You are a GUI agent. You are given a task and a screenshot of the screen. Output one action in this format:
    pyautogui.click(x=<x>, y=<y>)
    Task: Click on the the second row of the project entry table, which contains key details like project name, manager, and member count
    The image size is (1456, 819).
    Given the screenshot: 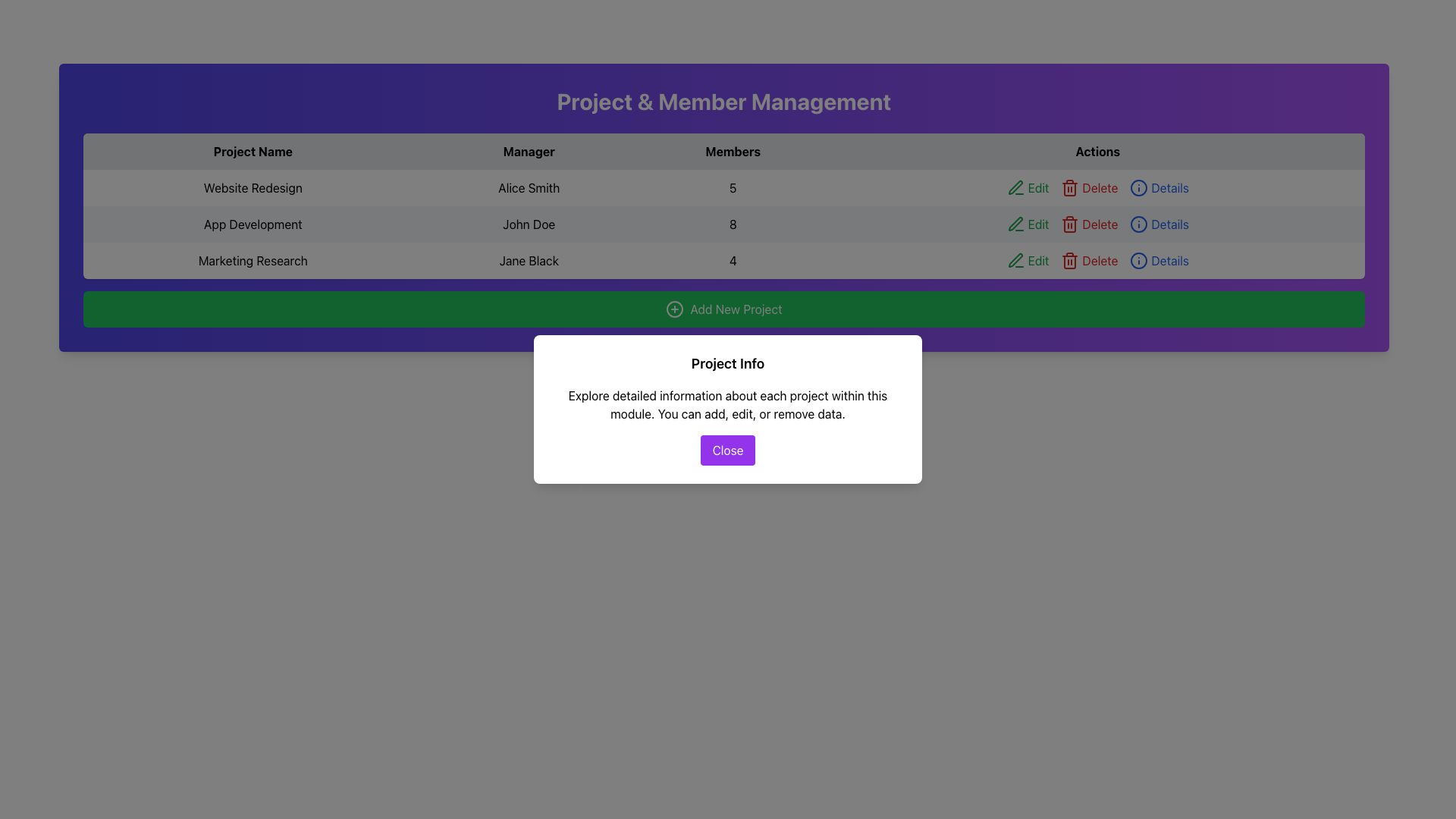 What is the action you would take?
    pyautogui.click(x=723, y=224)
    